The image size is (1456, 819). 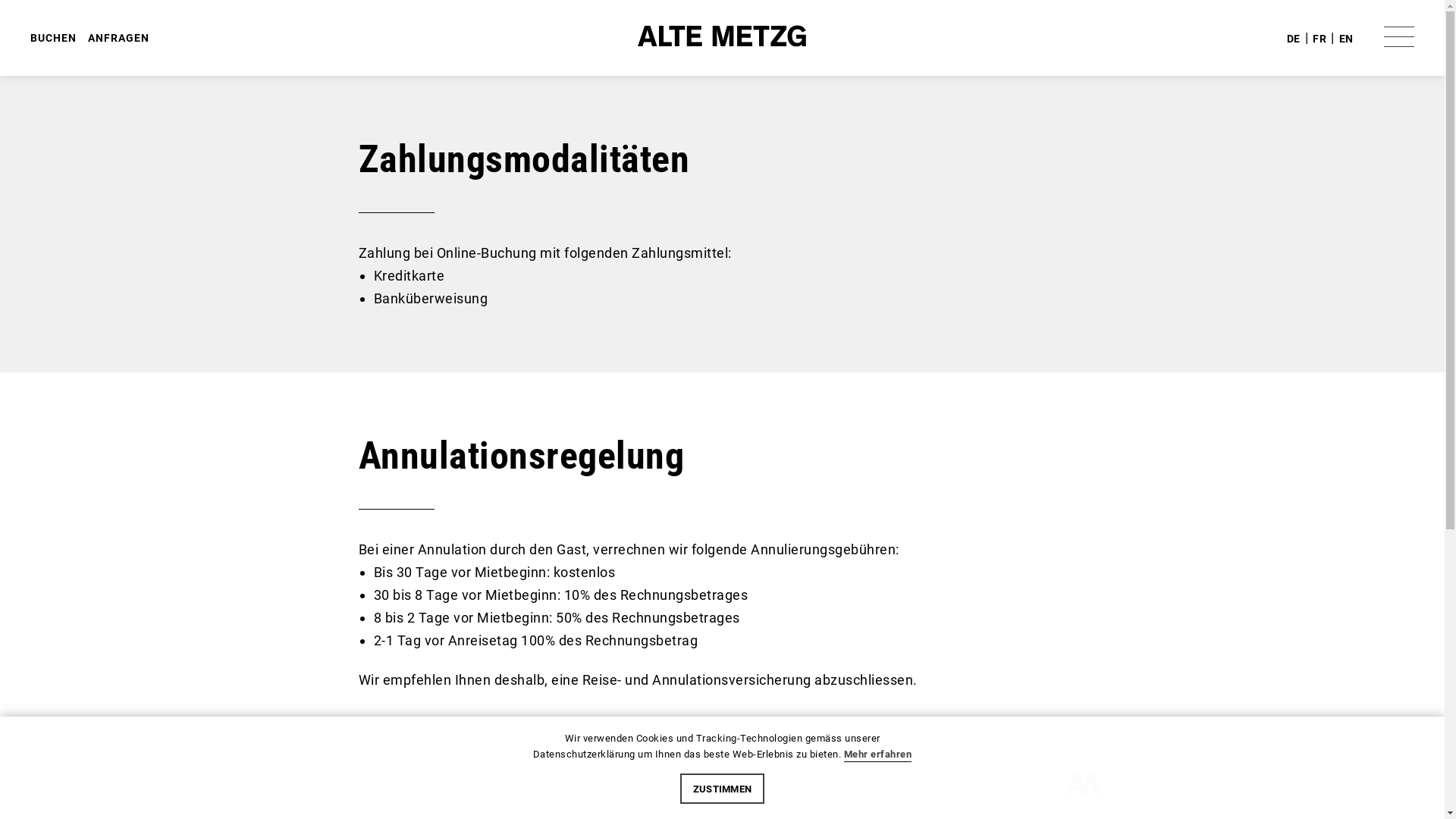 I want to click on 'Mehr erfahren', so click(x=877, y=755).